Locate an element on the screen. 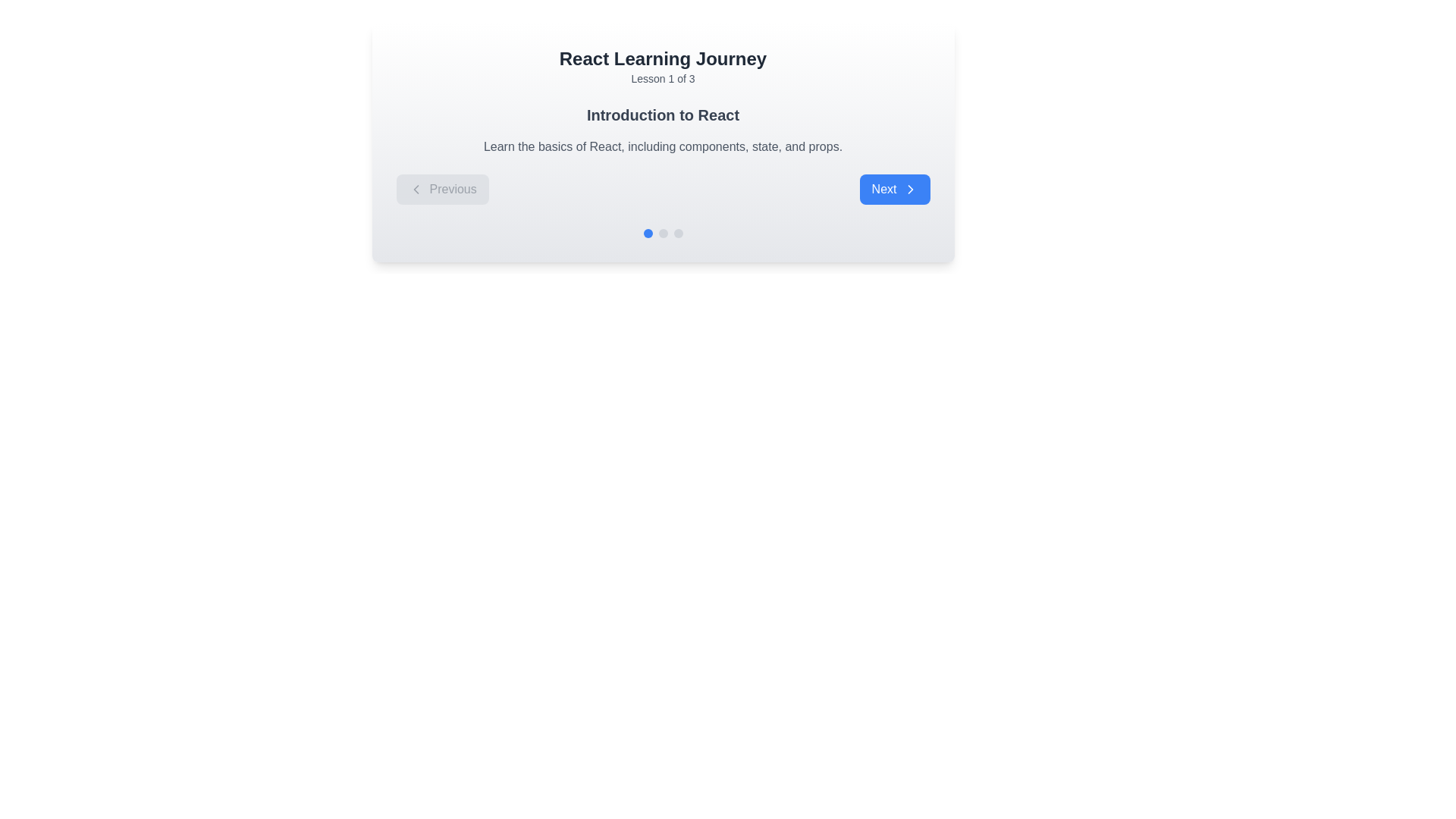 The height and width of the screenshot is (819, 1456). the text header displaying 'Introduction to React', which is styled in bold gray font and positioned prominently above a descriptive paragraph is located at coordinates (663, 114).